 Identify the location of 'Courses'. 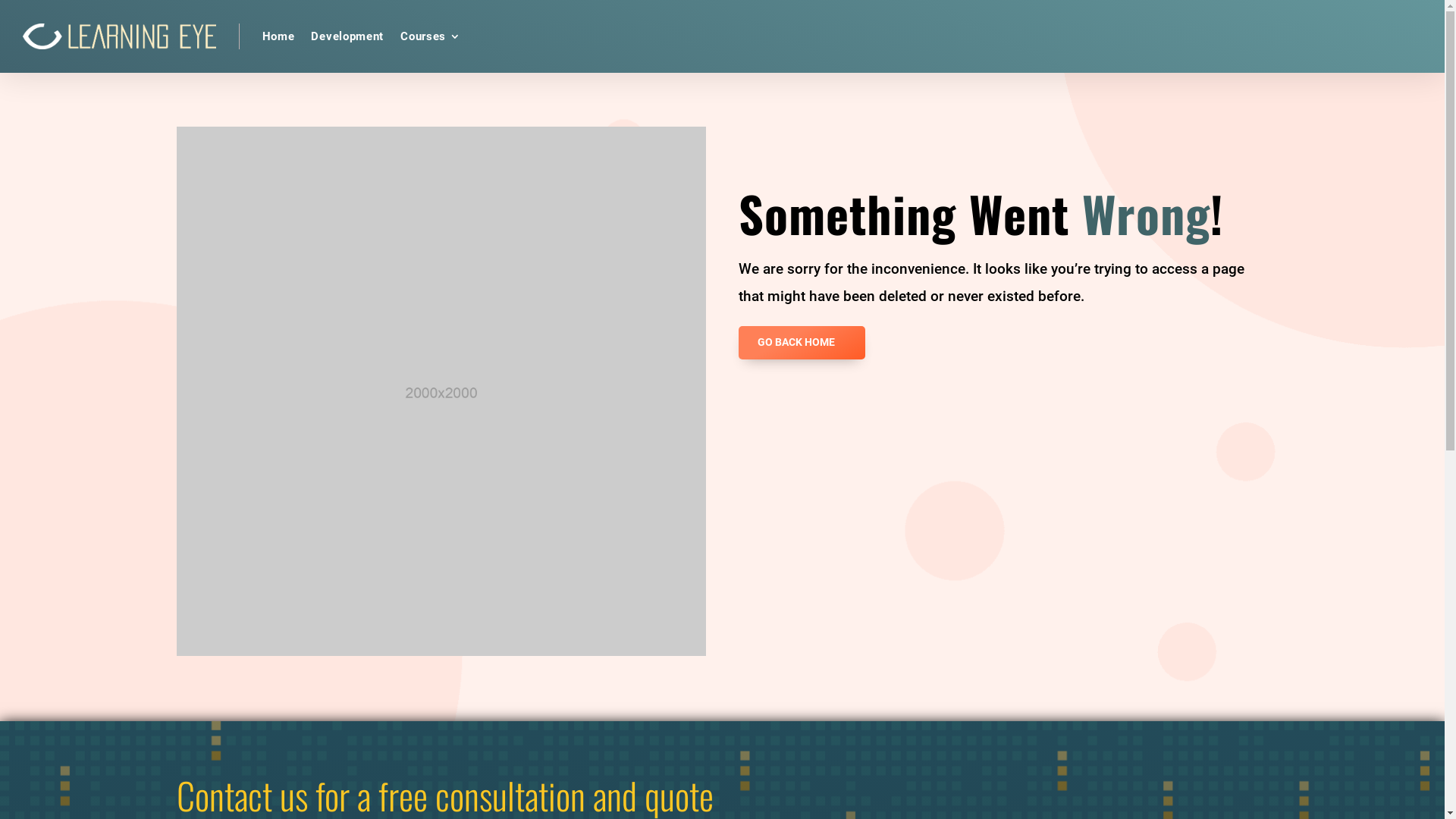
(429, 35).